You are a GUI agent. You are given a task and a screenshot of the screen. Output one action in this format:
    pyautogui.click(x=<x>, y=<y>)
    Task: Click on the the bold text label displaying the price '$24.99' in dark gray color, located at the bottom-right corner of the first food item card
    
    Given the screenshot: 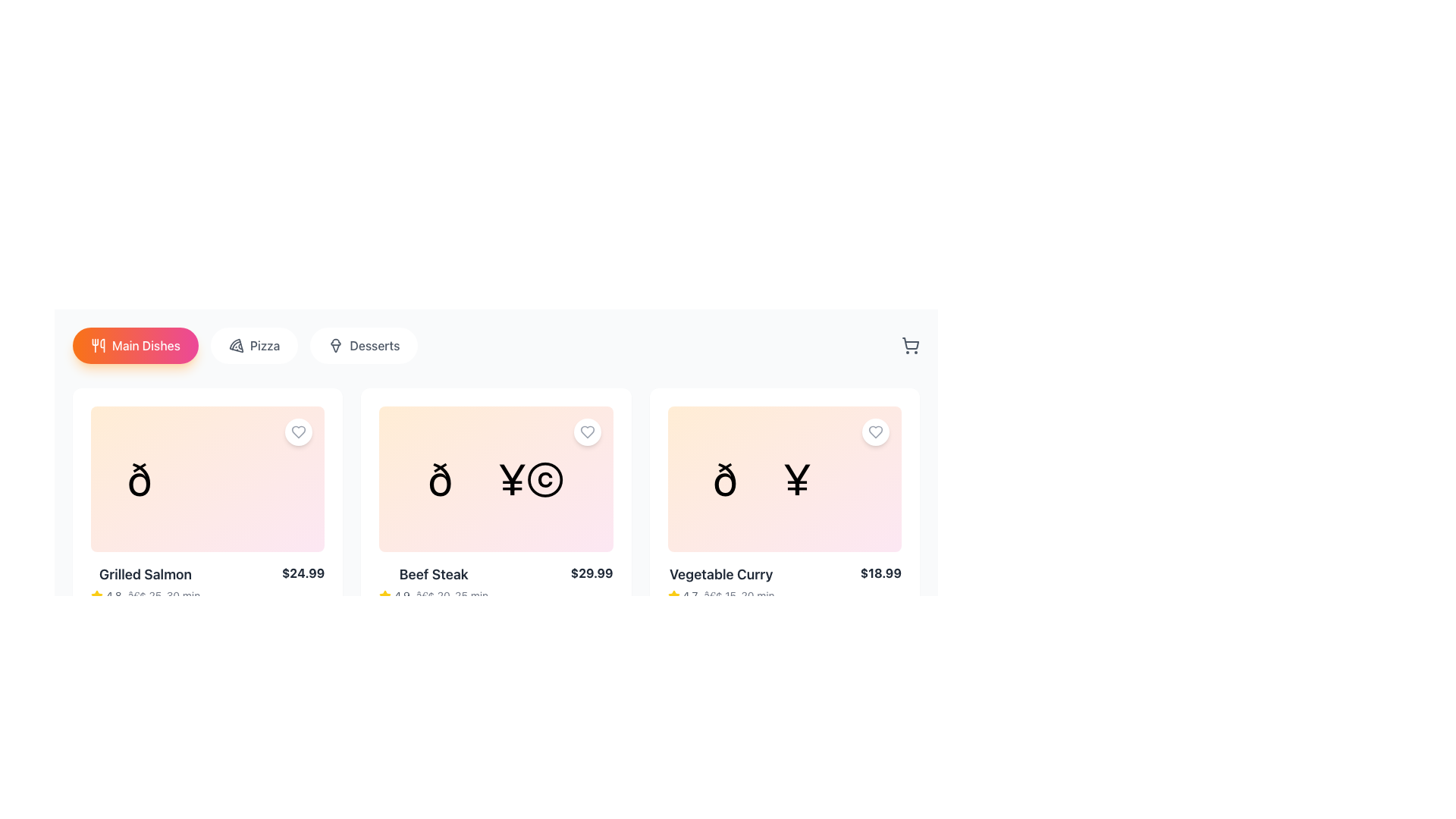 What is the action you would take?
    pyautogui.click(x=303, y=573)
    